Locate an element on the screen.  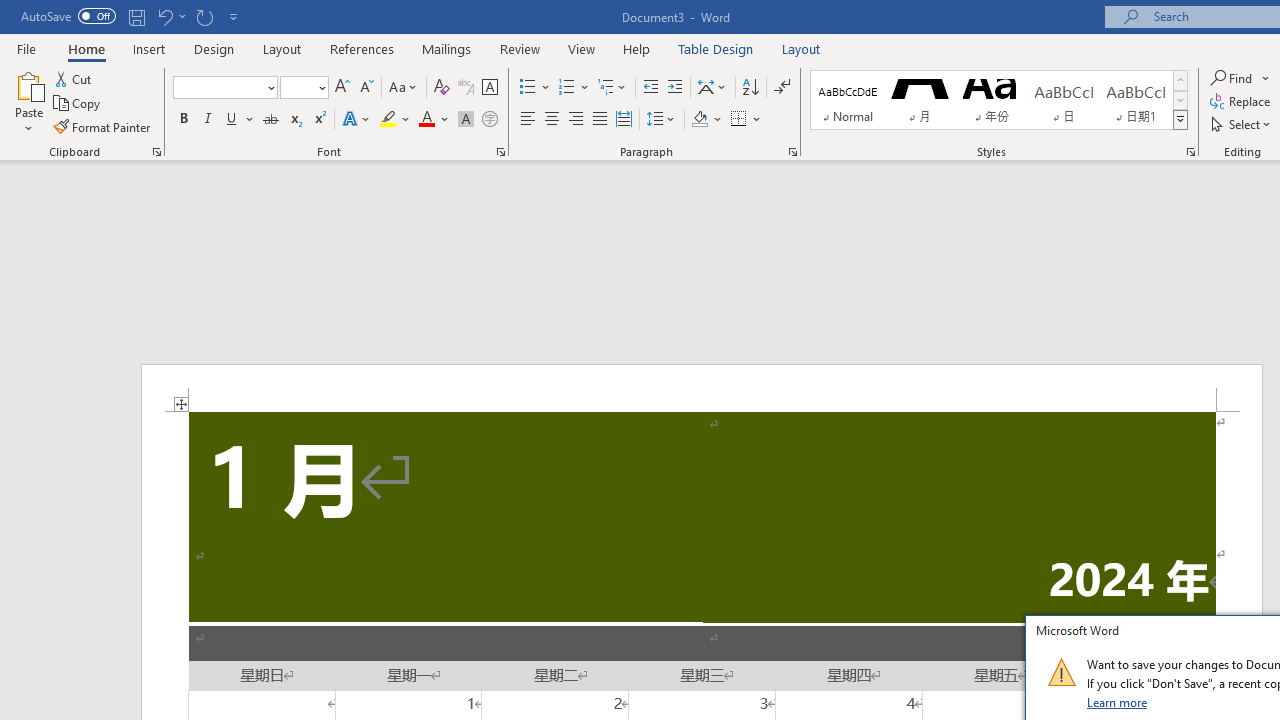
'Center' is located at coordinates (552, 119).